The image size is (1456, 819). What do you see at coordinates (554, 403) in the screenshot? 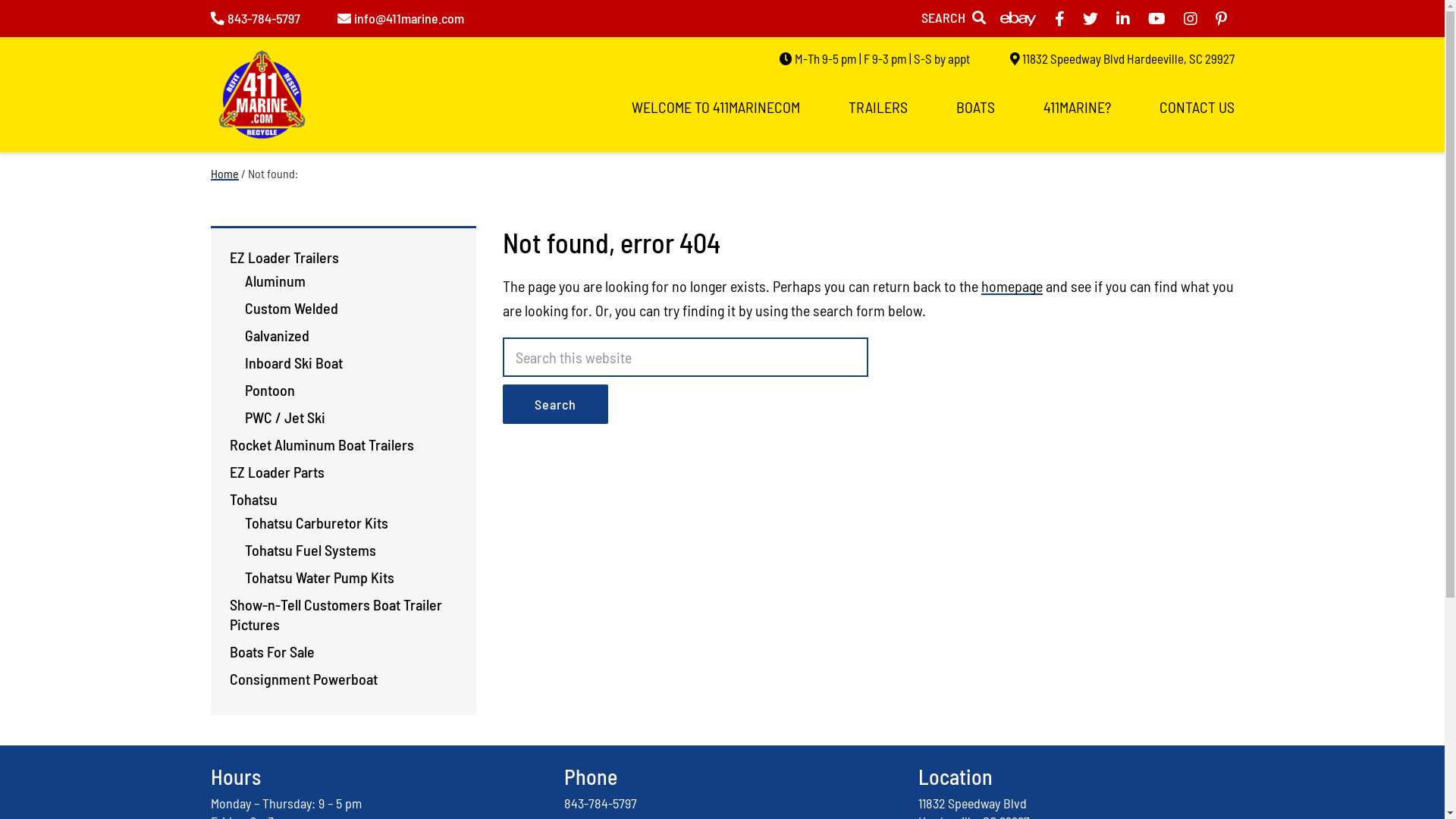
I see `'Search'` at bounding box center [554, 403].